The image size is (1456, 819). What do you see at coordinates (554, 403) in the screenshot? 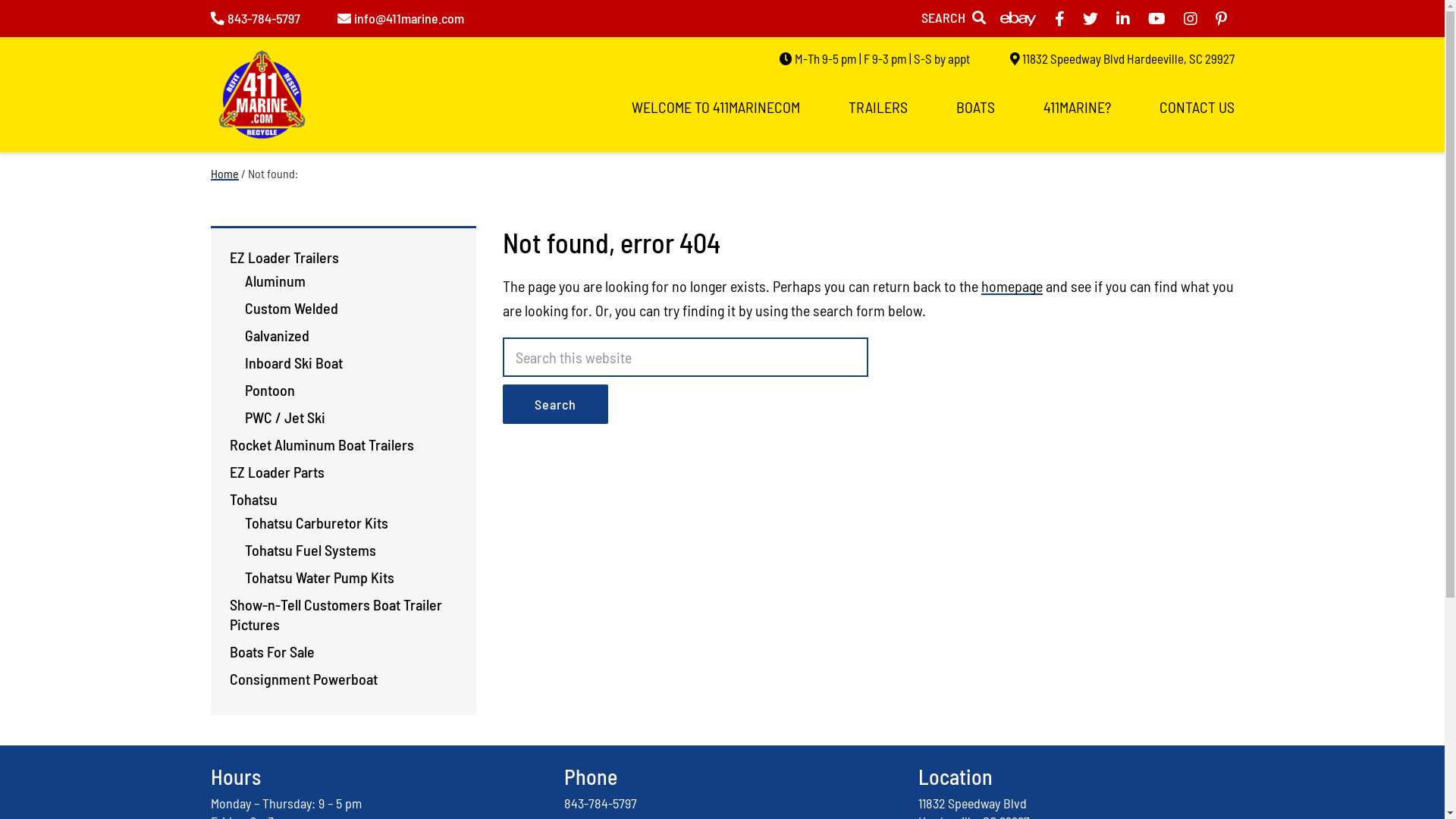
I see `'Search'` at bounding box center [554, 403].